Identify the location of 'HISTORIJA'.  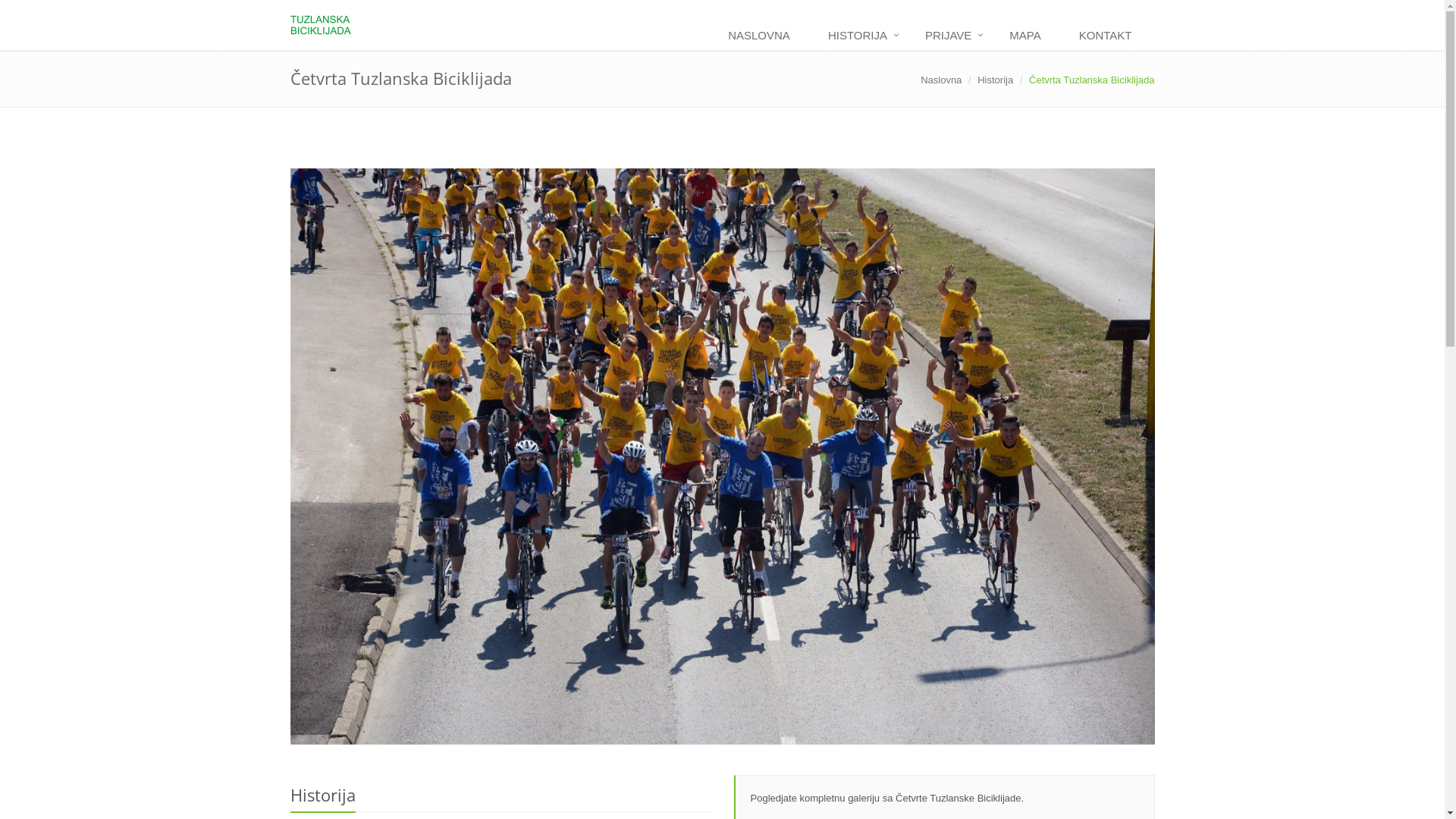
(811, 35).